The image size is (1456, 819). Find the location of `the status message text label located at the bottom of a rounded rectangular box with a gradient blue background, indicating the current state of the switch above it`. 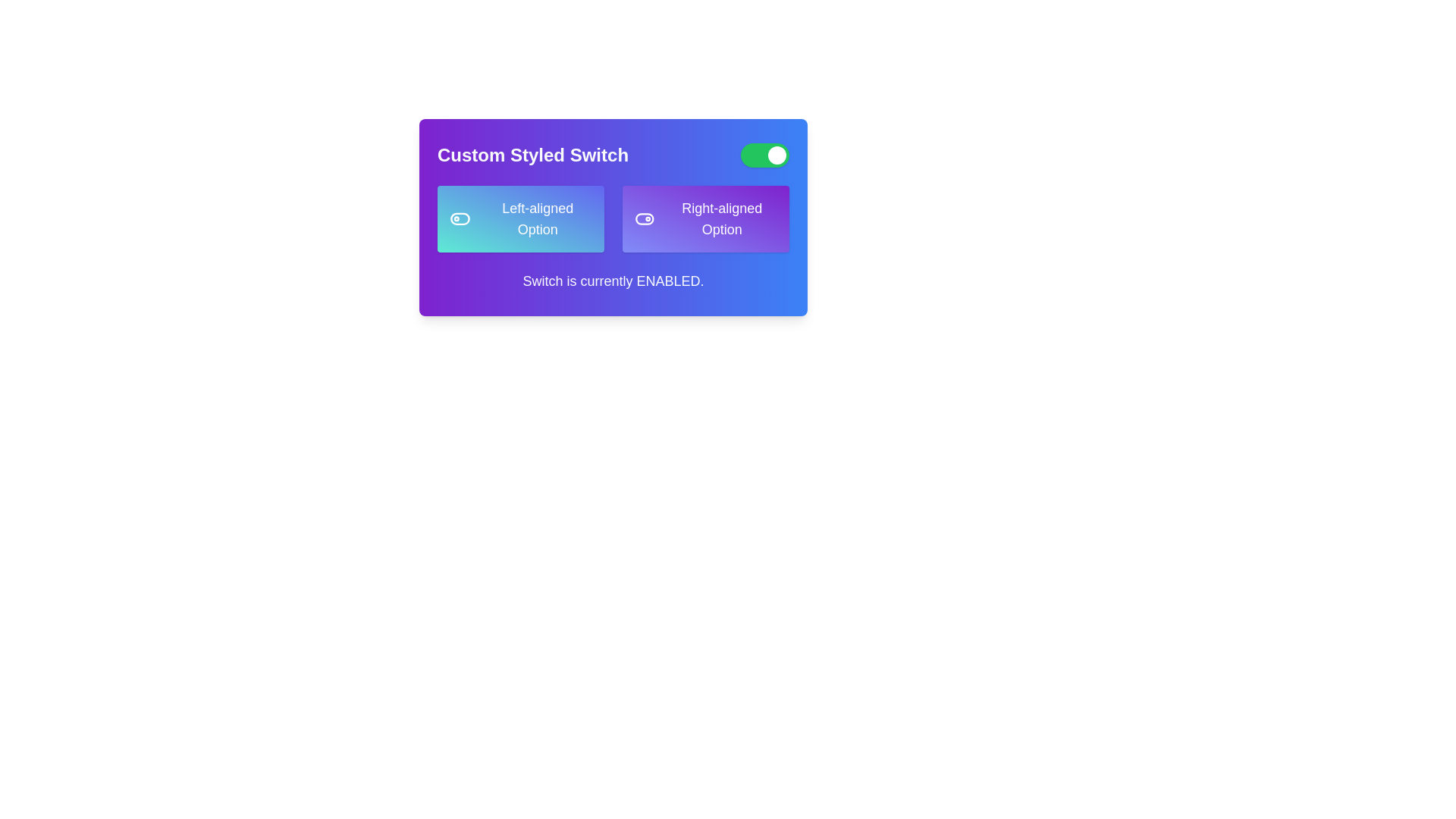

the status message text label located at the bottom of a rounded rectangular box with a gradient blue background, indicating the current state of the switch above it is located at coordinates (613, 281).